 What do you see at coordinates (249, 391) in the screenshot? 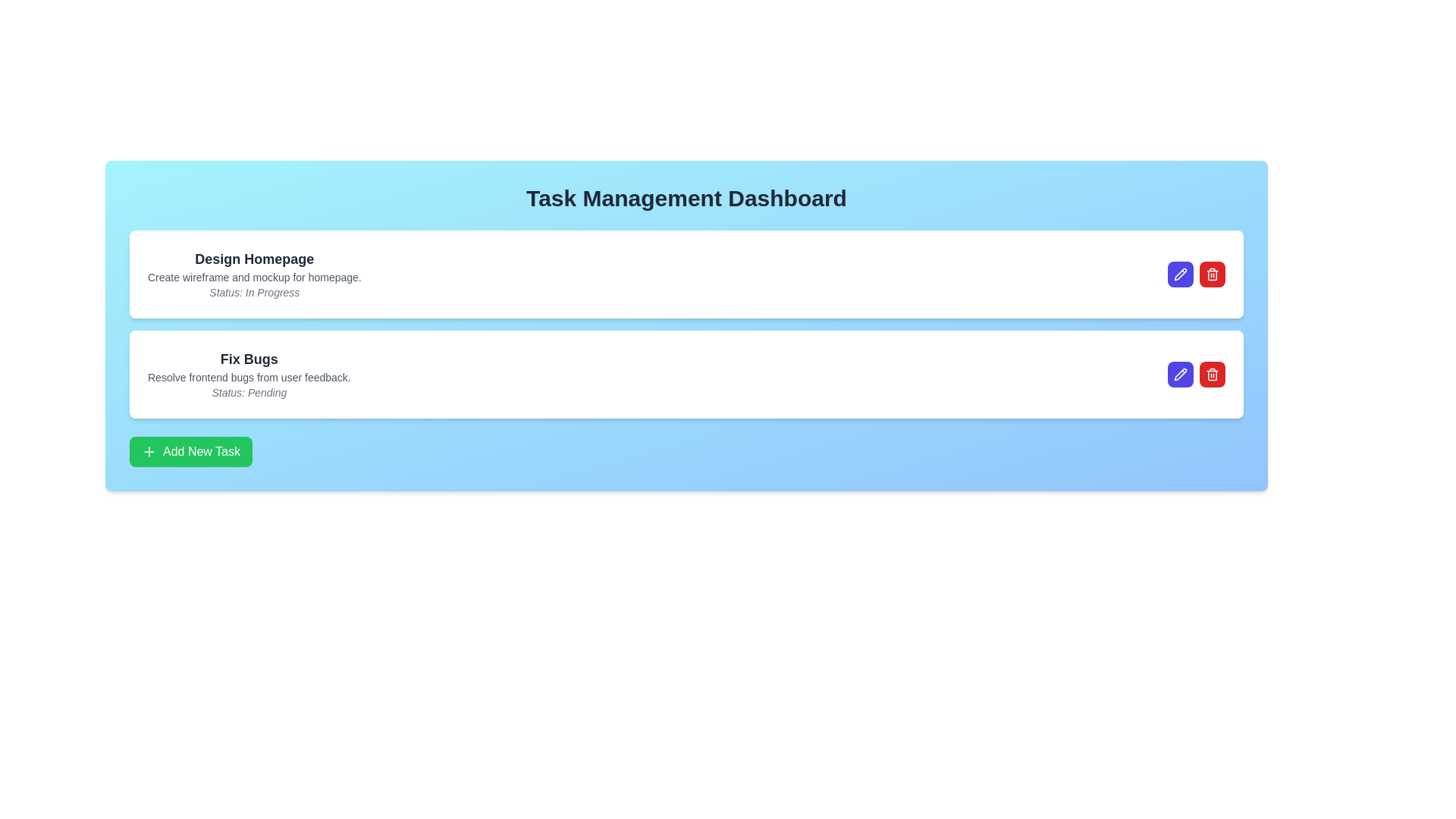
I see `the static text element that indicates the current status of the task 'Fix Bugs', which displays 'Status: Pending'` at bounding box center [249, 391].